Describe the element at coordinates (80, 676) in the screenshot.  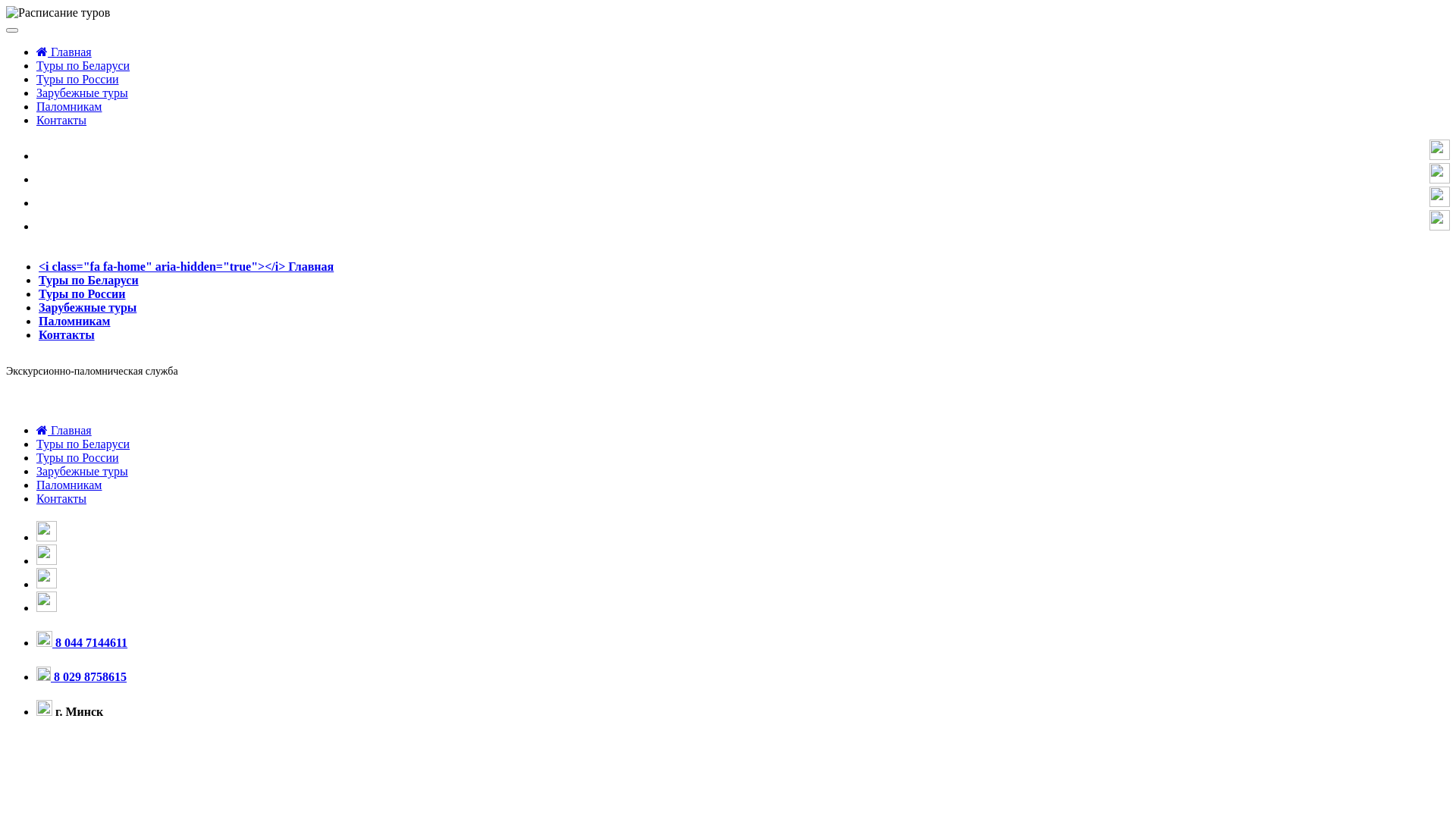
I see `' 8 029 8758615'` at that location.